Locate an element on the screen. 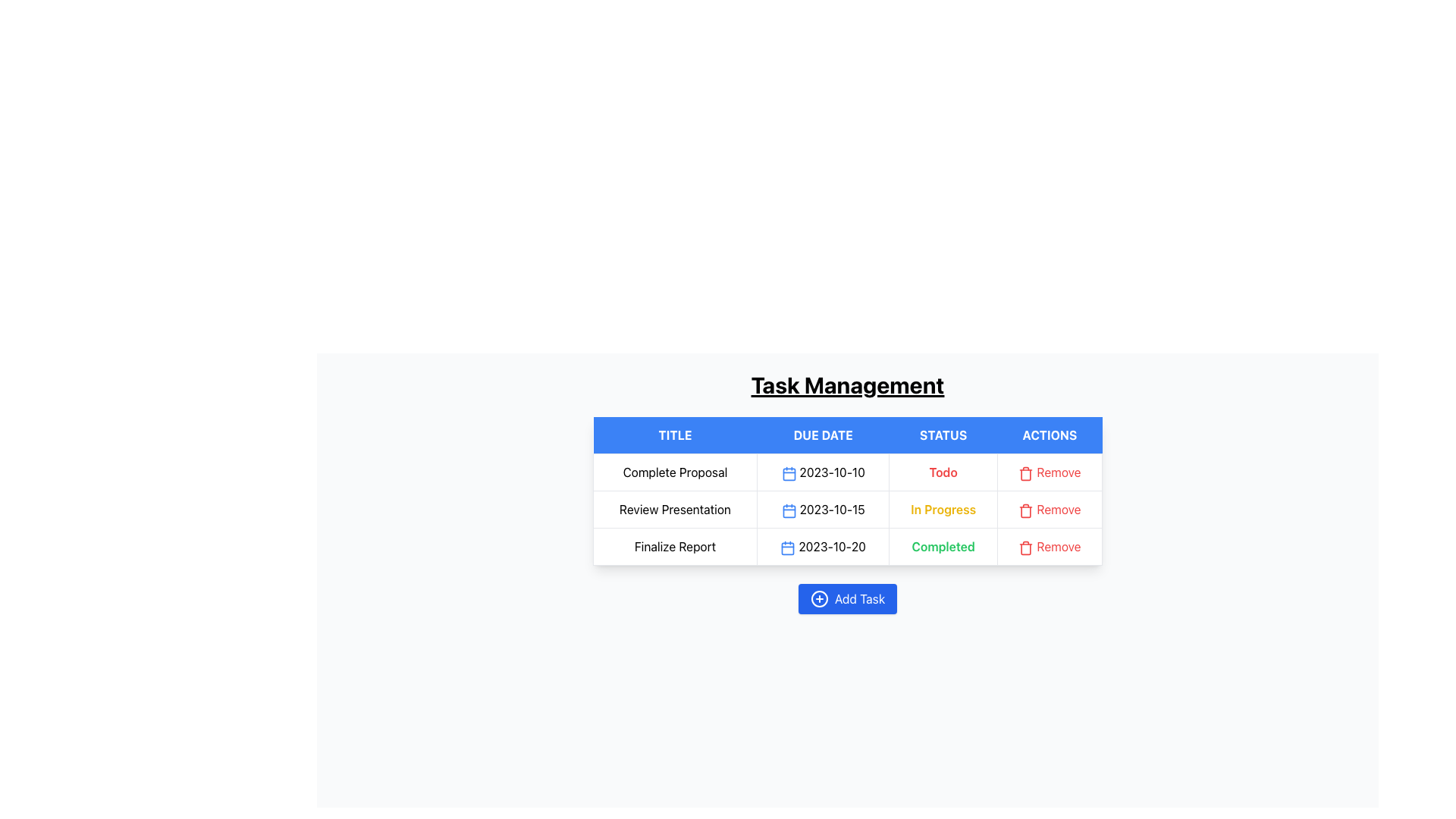  the third 'Remove' action button in the 'Actions' column of the task management table is located at coordinates (1049, 547).